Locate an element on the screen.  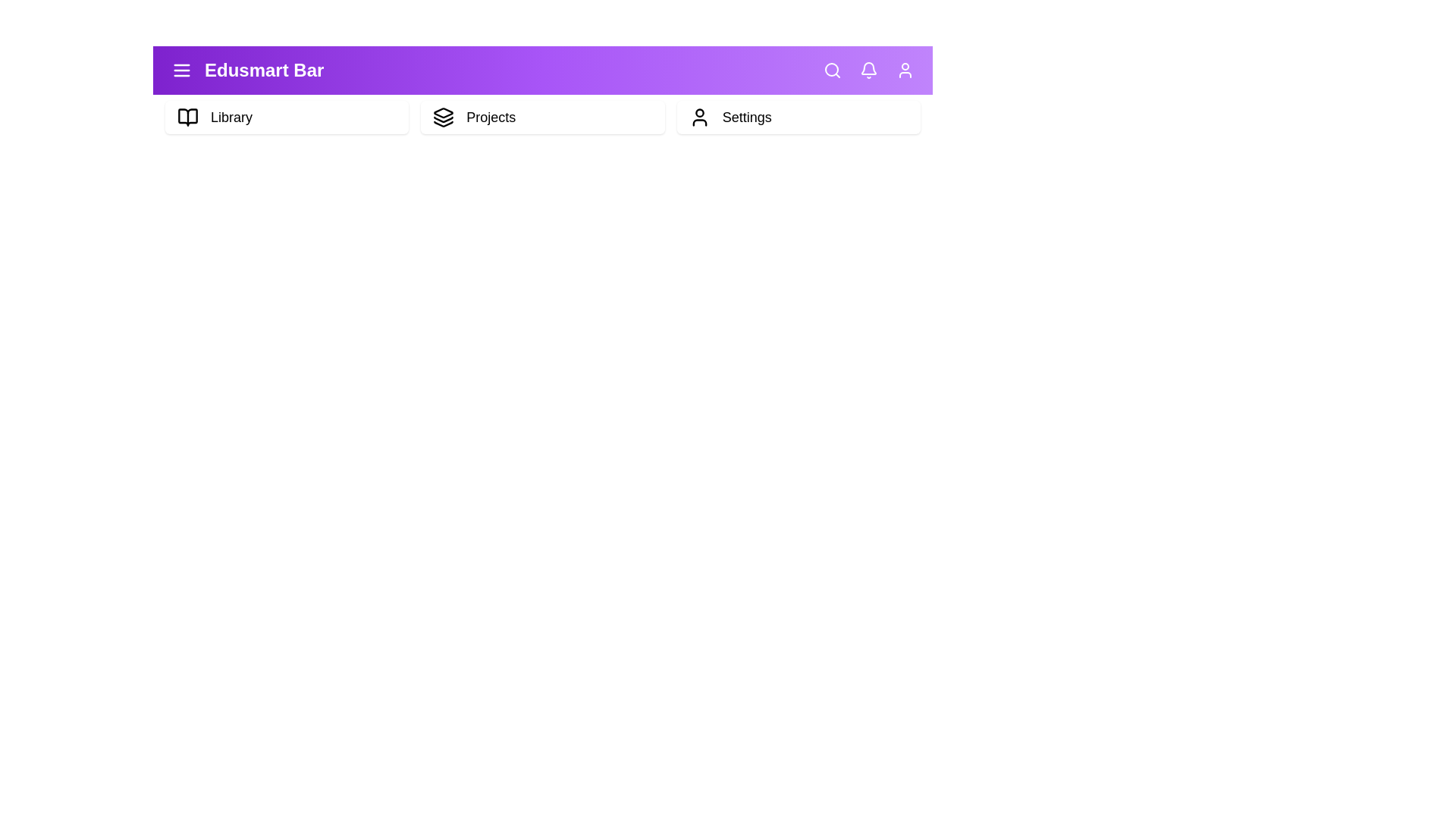
the 'Notifications' icon to view alerts is located at coordinates (869, 70).